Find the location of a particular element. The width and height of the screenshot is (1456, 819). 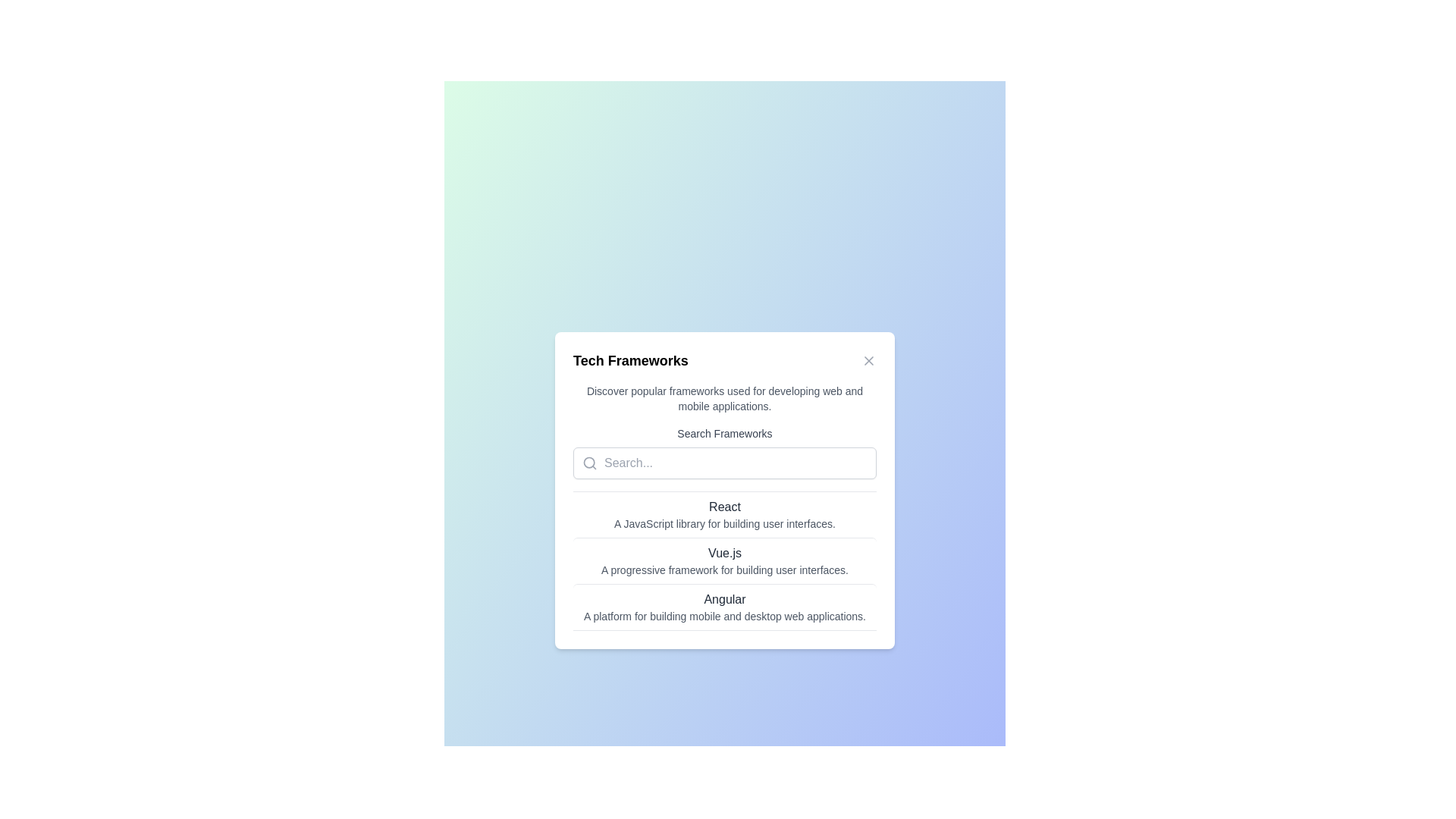

the text label that provides a brief description for the 'Vue.js' framework, located below the title 'Vue.js' and above the description for 'Angular' is located at coordinates (723, 570).